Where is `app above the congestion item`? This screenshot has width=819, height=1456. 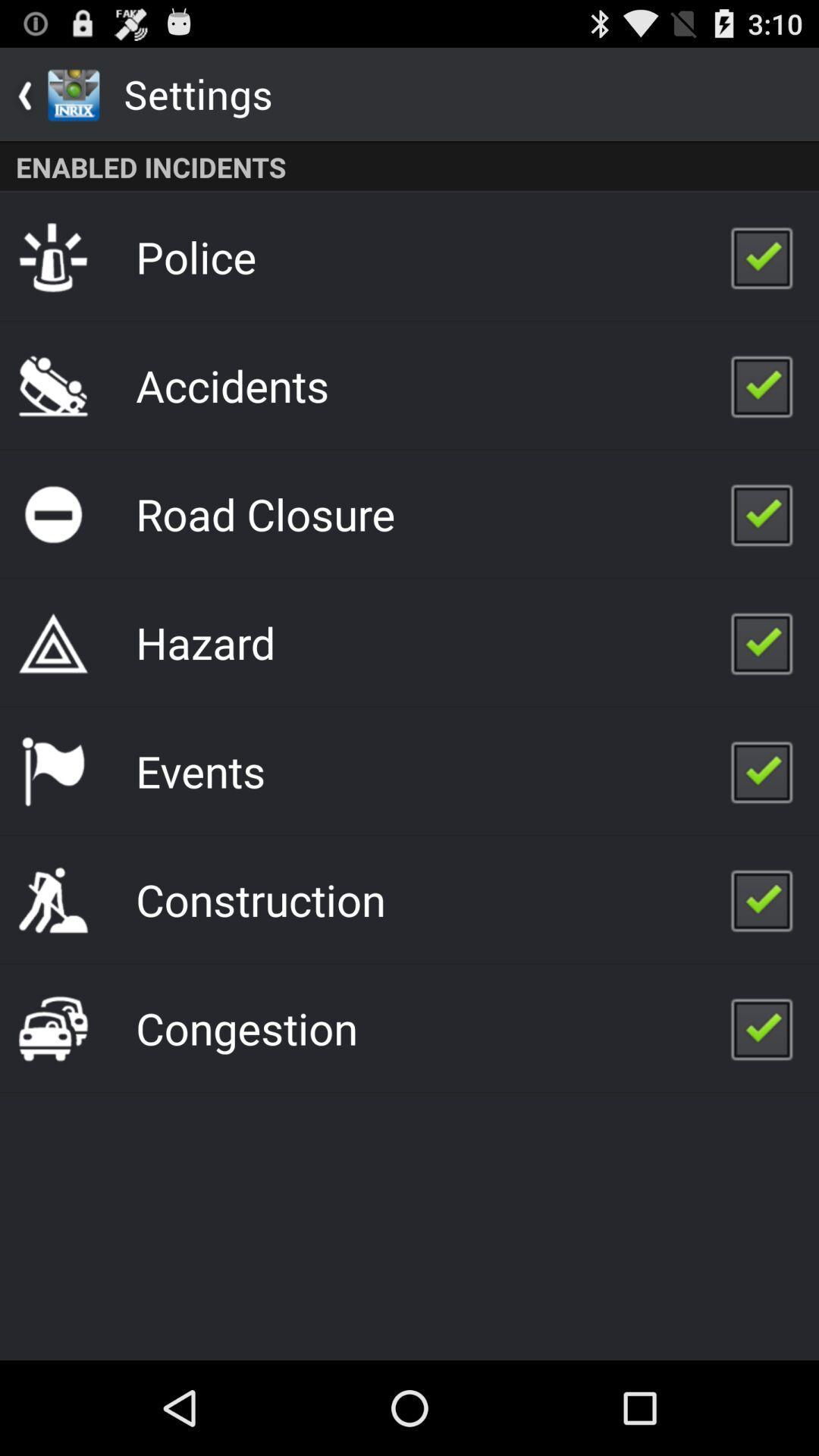 app above the congestion item is located at coordinates (259, 899).